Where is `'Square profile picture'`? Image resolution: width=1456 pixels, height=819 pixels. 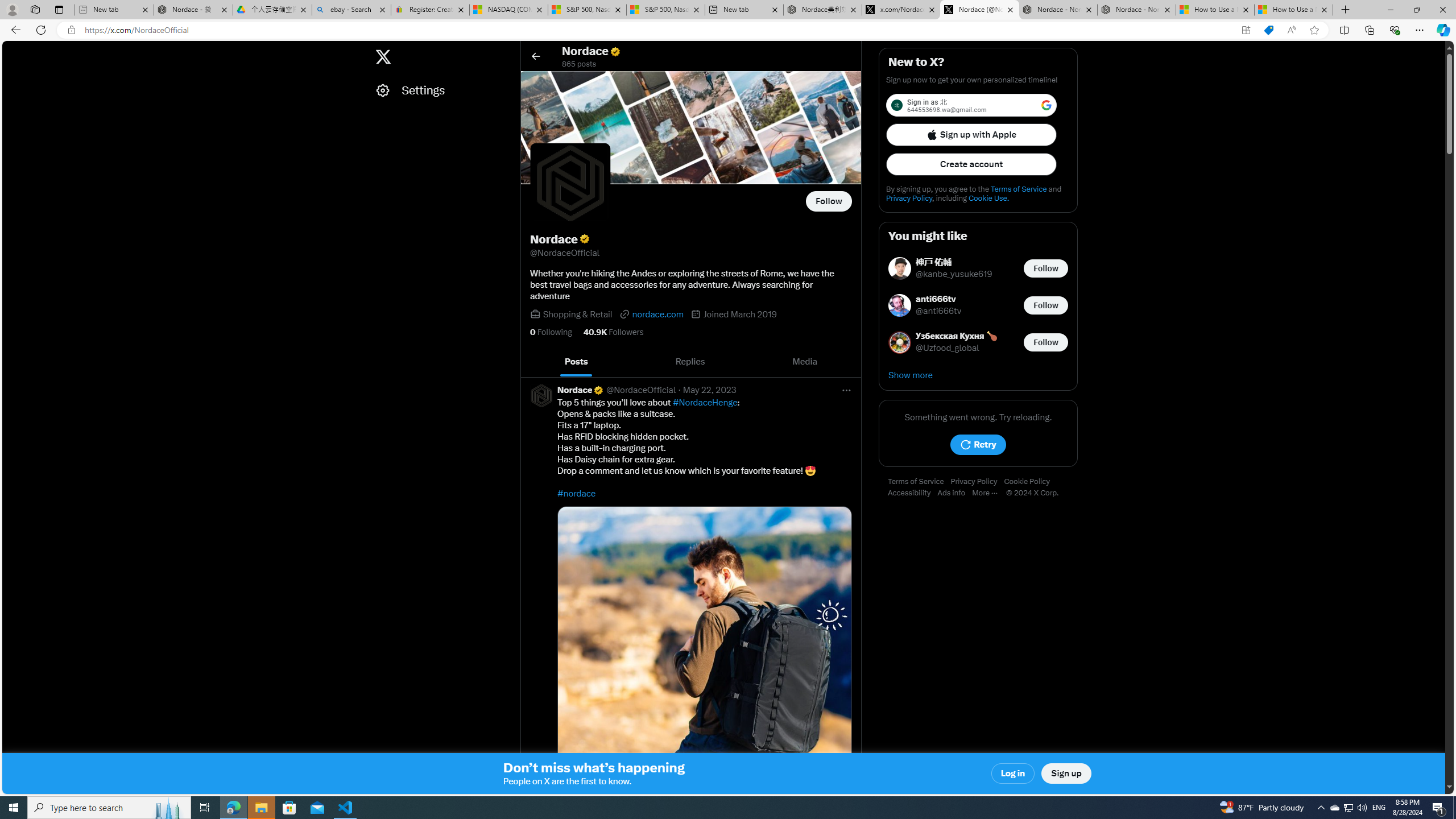 'Square profile picture' is located at coordinates (541, 395).